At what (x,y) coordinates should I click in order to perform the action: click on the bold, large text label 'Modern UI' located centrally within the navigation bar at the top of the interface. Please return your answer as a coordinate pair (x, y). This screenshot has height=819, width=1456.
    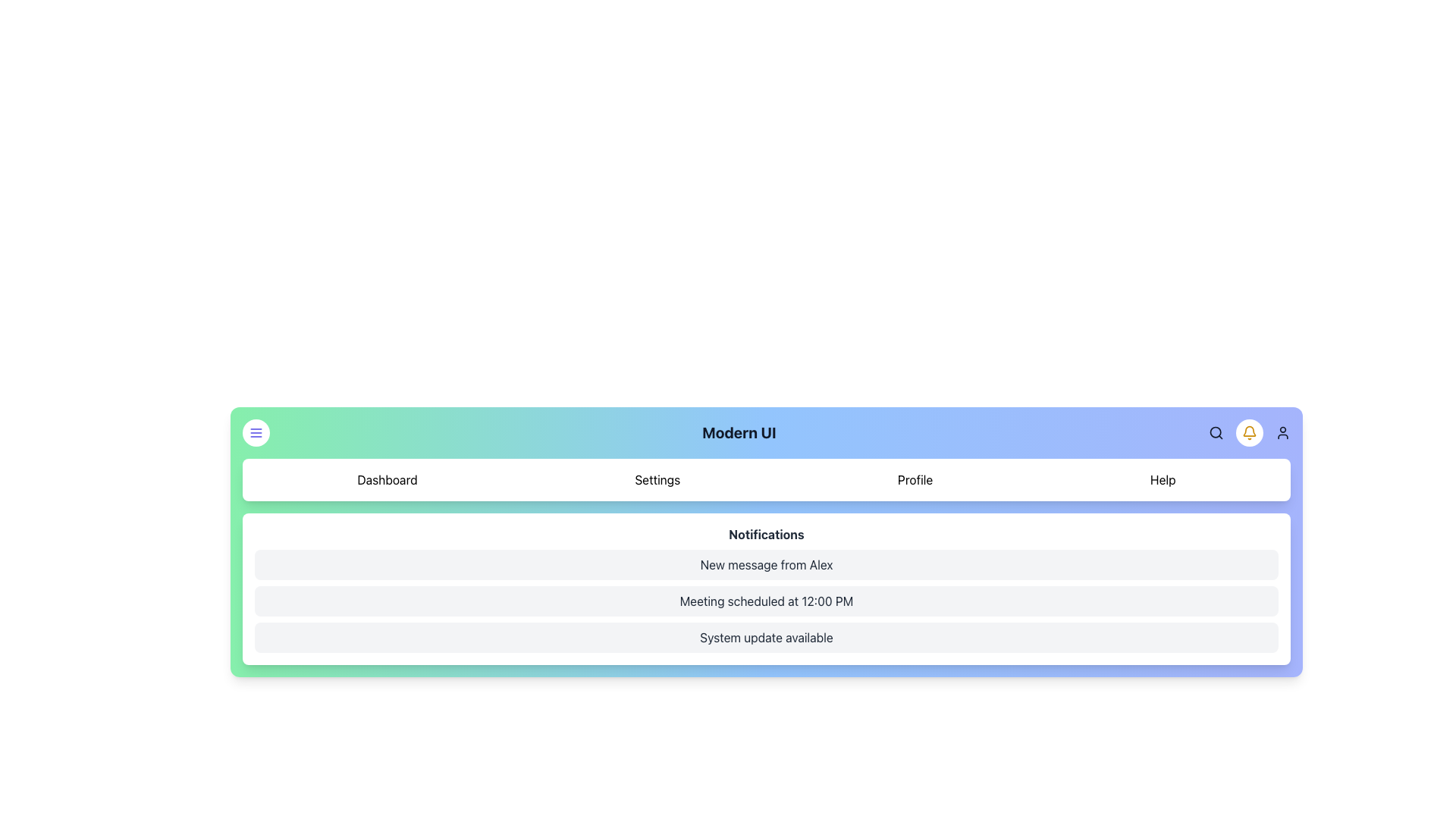
    Looking at the image, I should click on (739, 432).